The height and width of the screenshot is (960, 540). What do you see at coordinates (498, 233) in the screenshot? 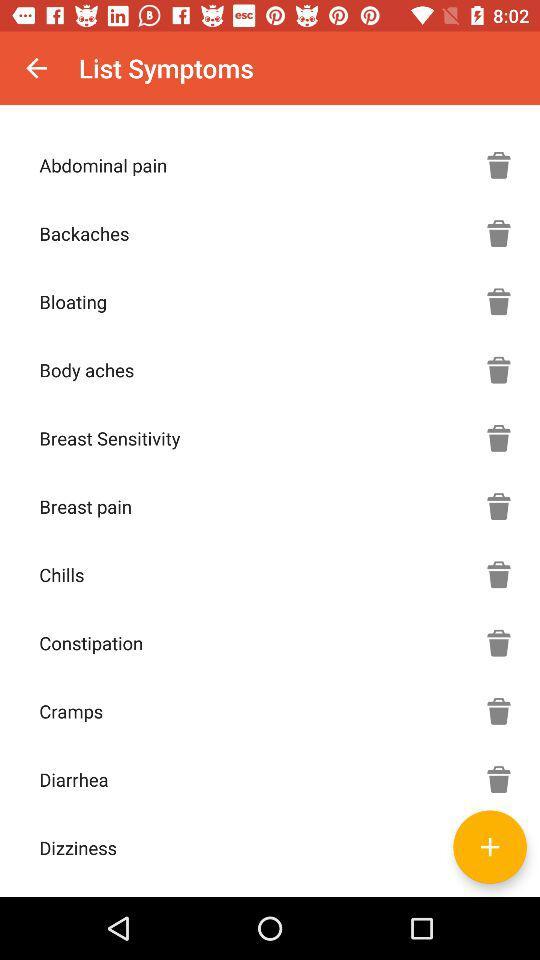
I see `delete` at bounding box center [498, 233].